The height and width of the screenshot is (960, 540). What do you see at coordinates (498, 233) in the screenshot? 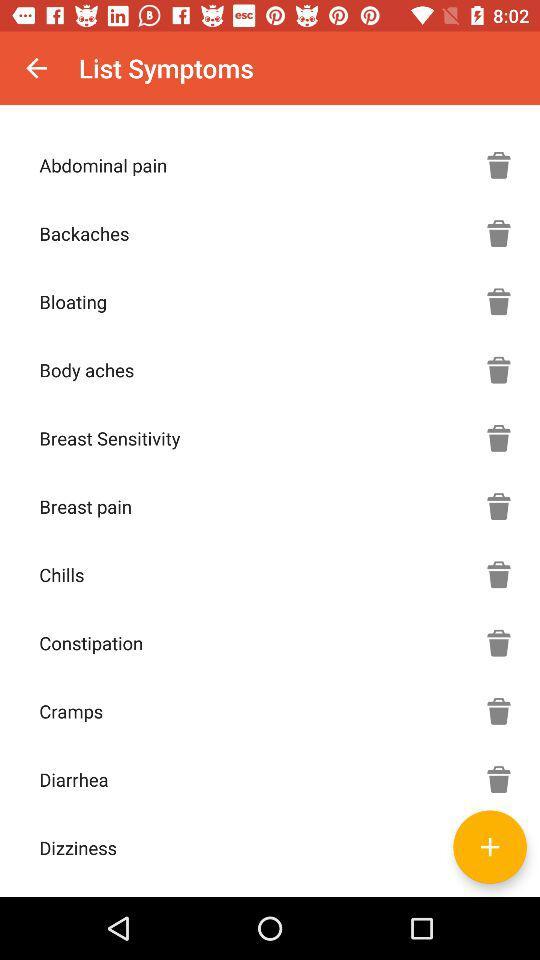
I see `delete` at bounding box center [498, 233].